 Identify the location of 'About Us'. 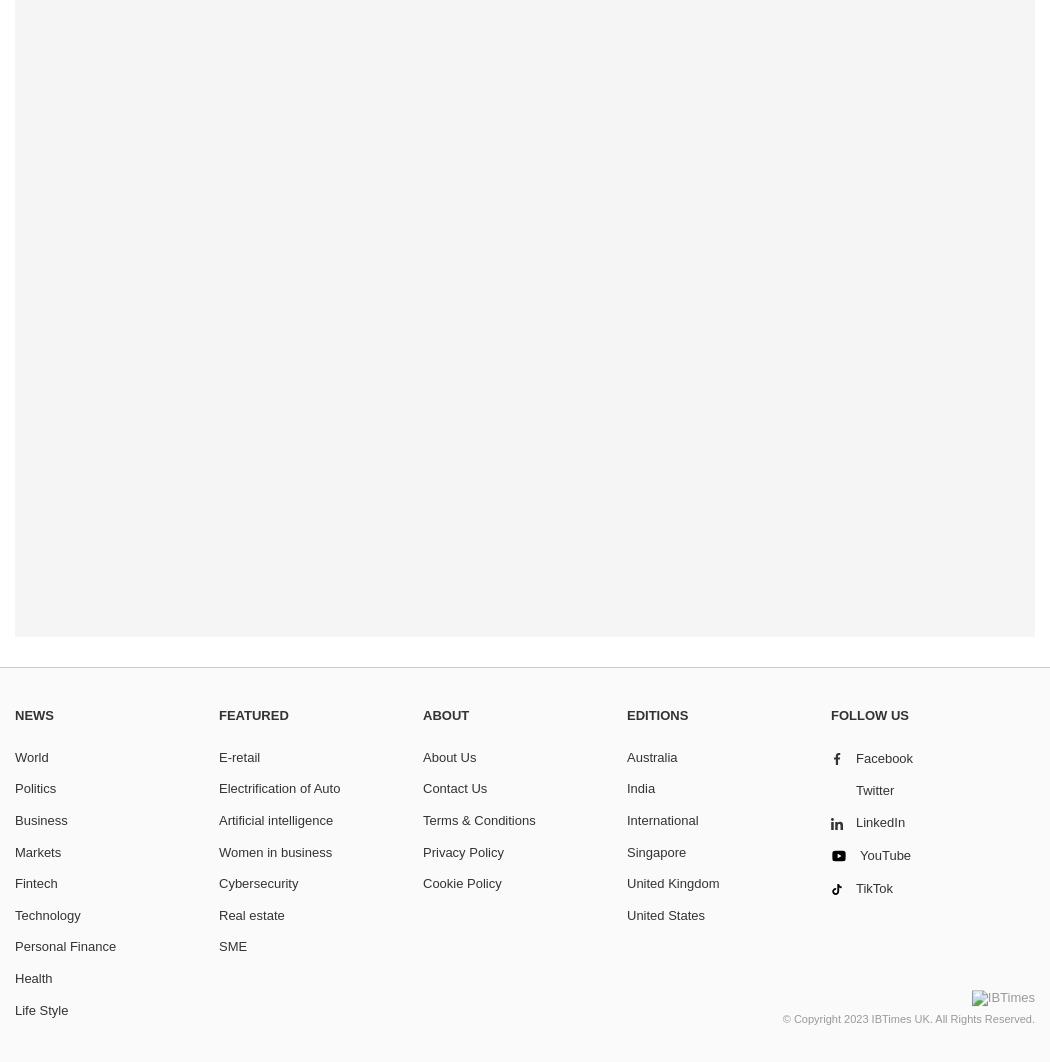
(448, 756).